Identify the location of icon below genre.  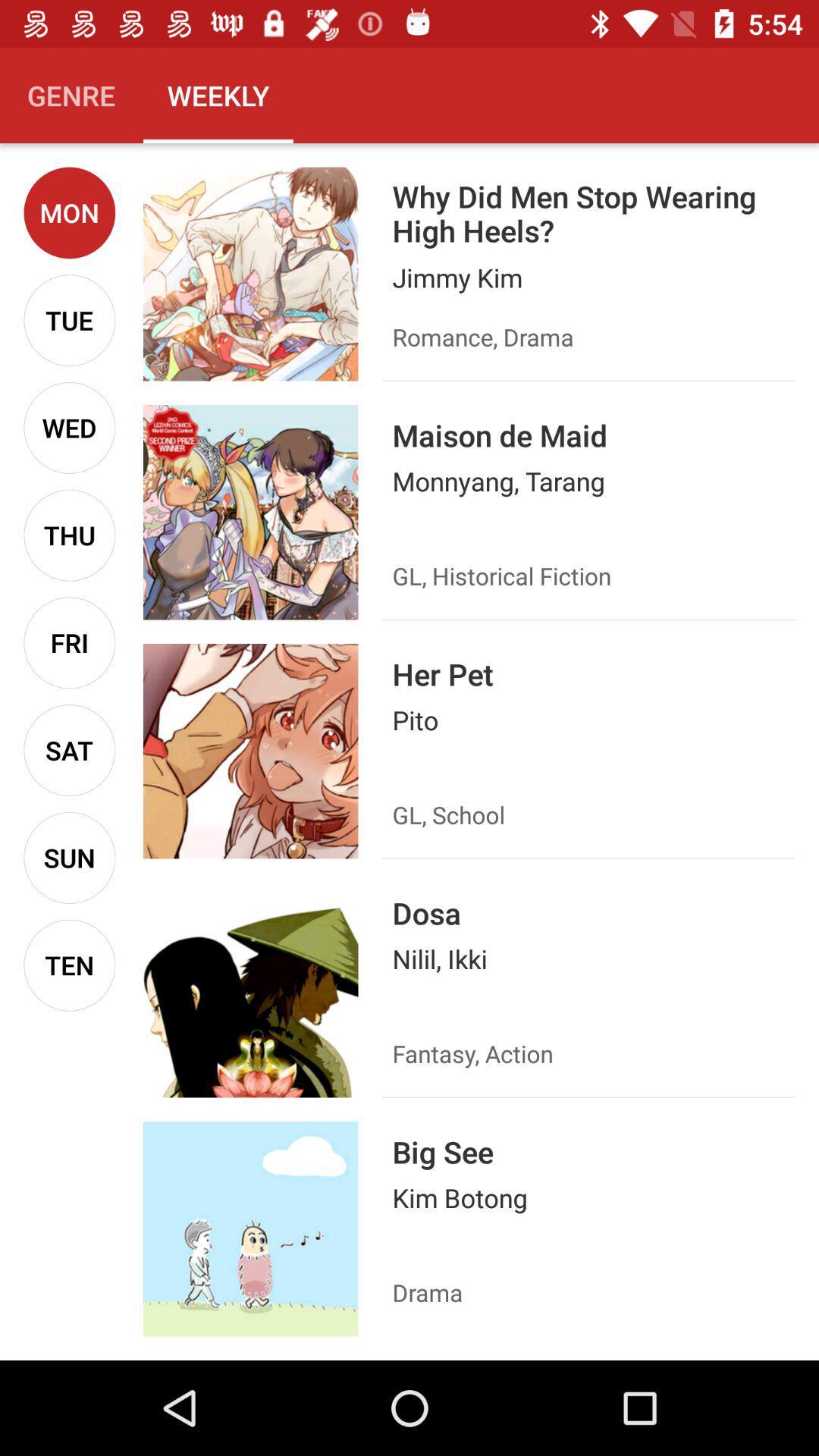
(69, 212).